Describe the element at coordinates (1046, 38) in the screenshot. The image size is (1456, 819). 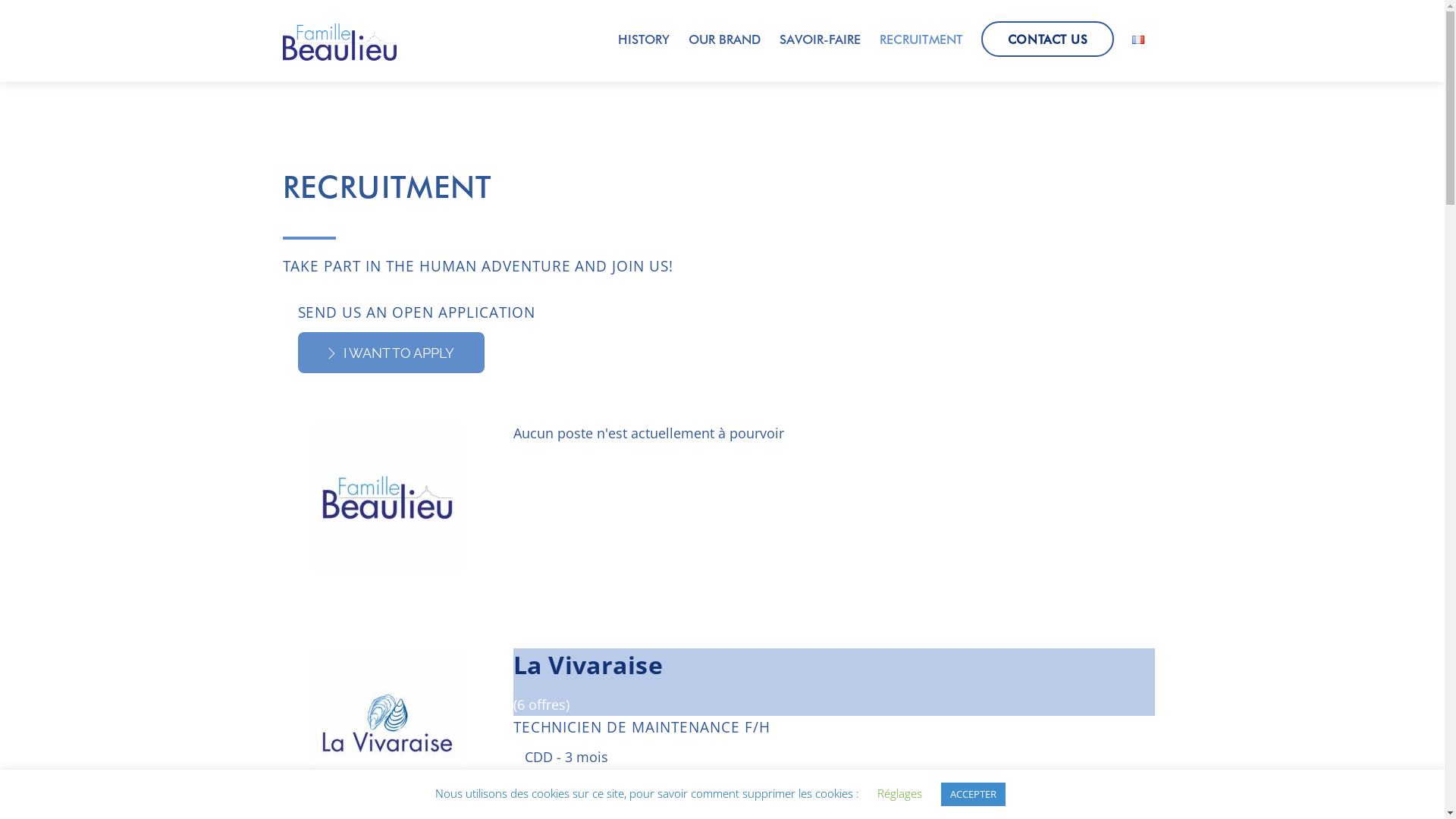
I see `'CONTACT US'` at that location.